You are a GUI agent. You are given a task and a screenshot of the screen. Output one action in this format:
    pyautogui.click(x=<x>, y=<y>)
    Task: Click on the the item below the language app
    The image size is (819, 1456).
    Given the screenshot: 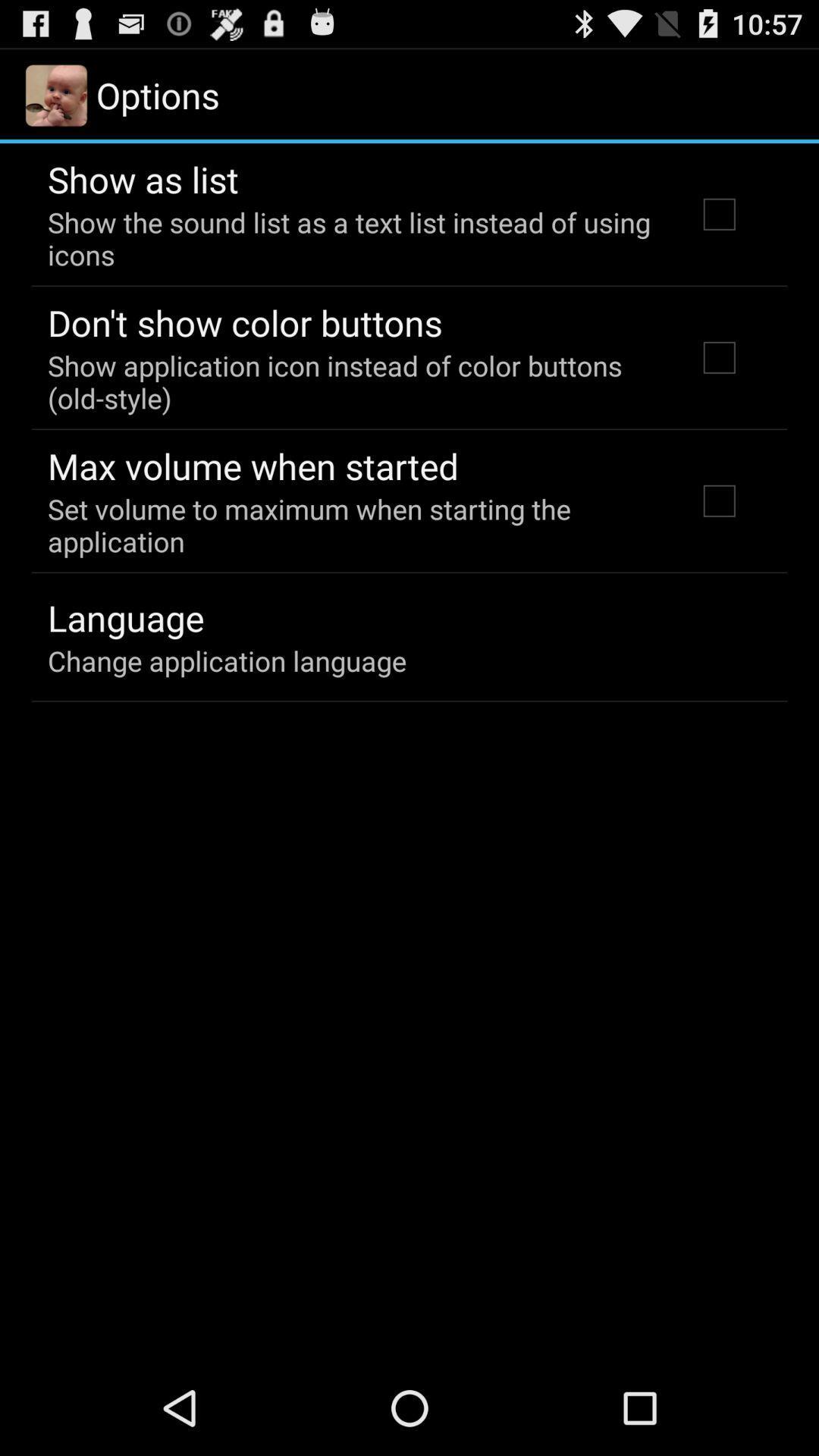 What is the action you would take?
    pyautogui.click(x=227, y=661)
    